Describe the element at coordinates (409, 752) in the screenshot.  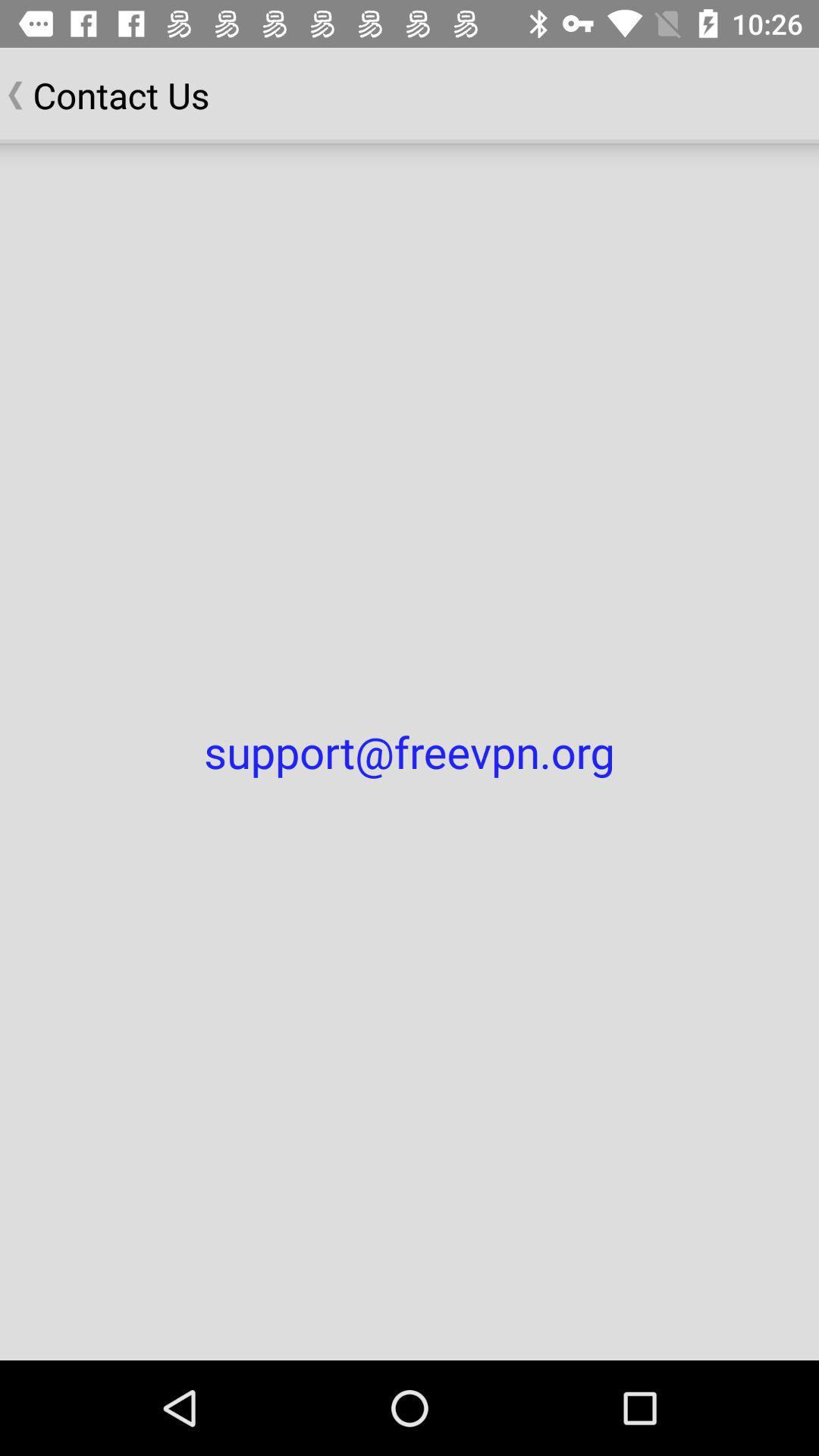
I see `item at the center` at that location.